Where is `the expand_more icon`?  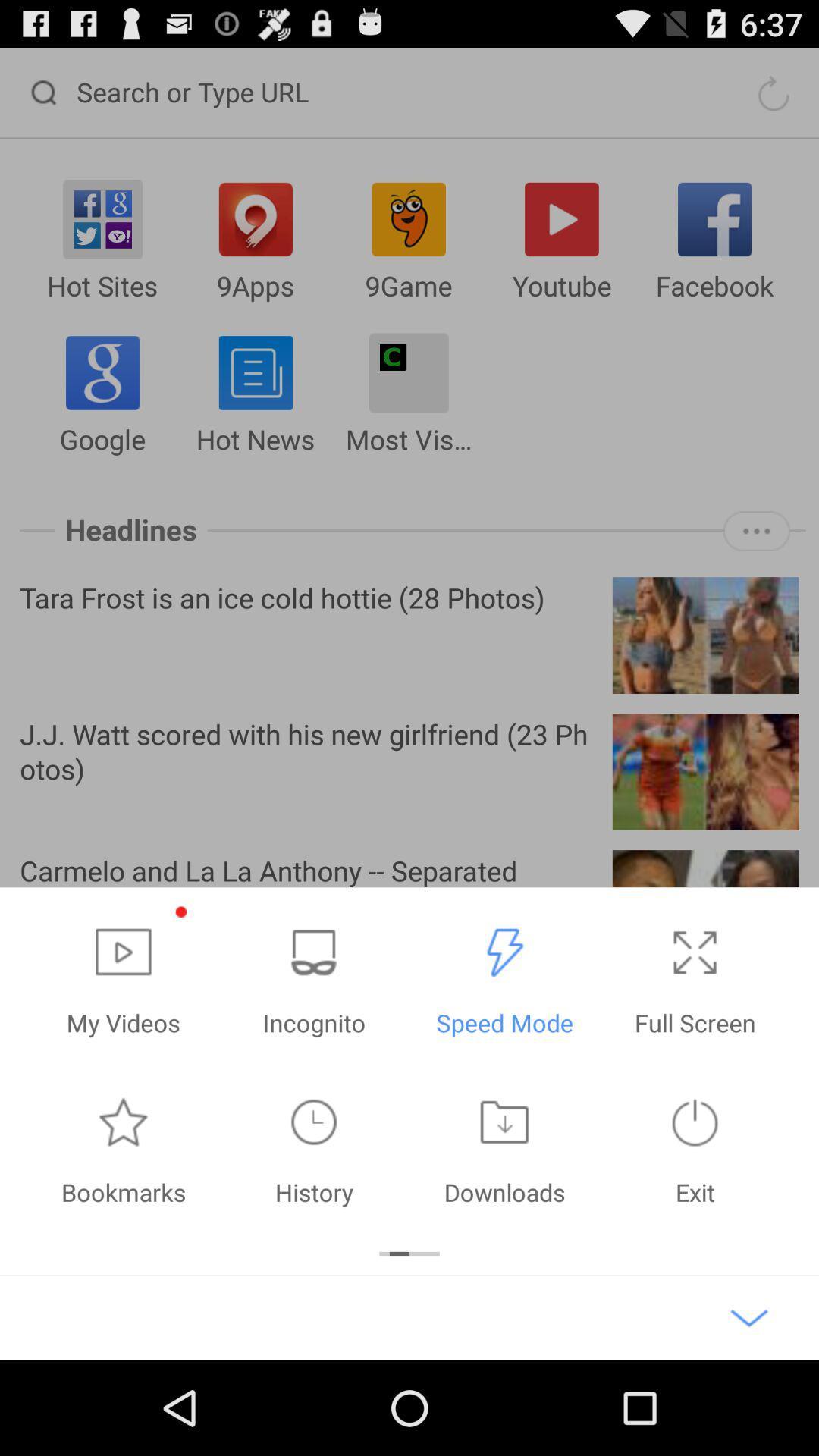 the expand_more icon is located at coordinates (748, 1410).